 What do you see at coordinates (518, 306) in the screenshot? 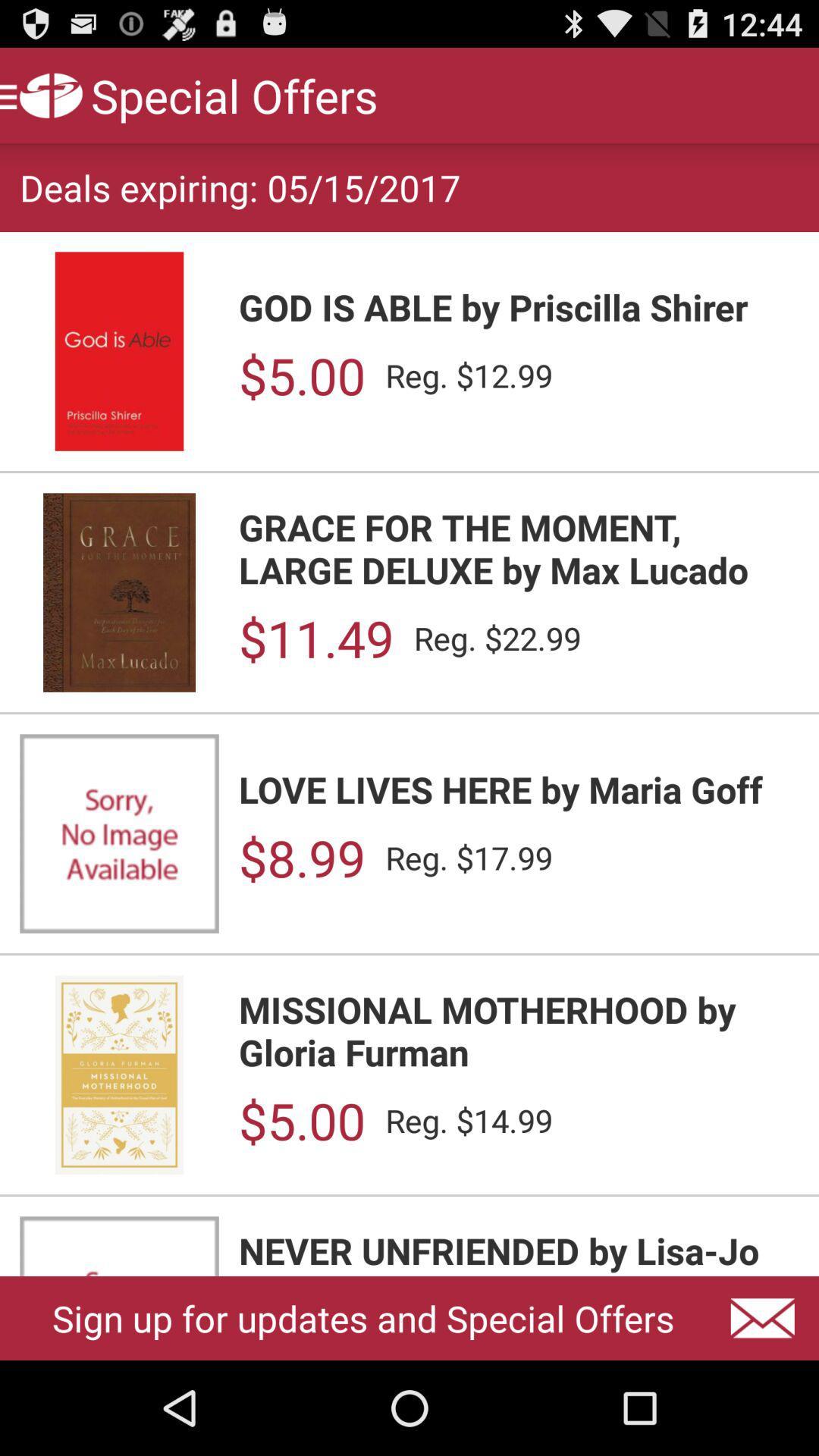
I see `item below deals expiring 05 icon` at bounding box center [518, 306].